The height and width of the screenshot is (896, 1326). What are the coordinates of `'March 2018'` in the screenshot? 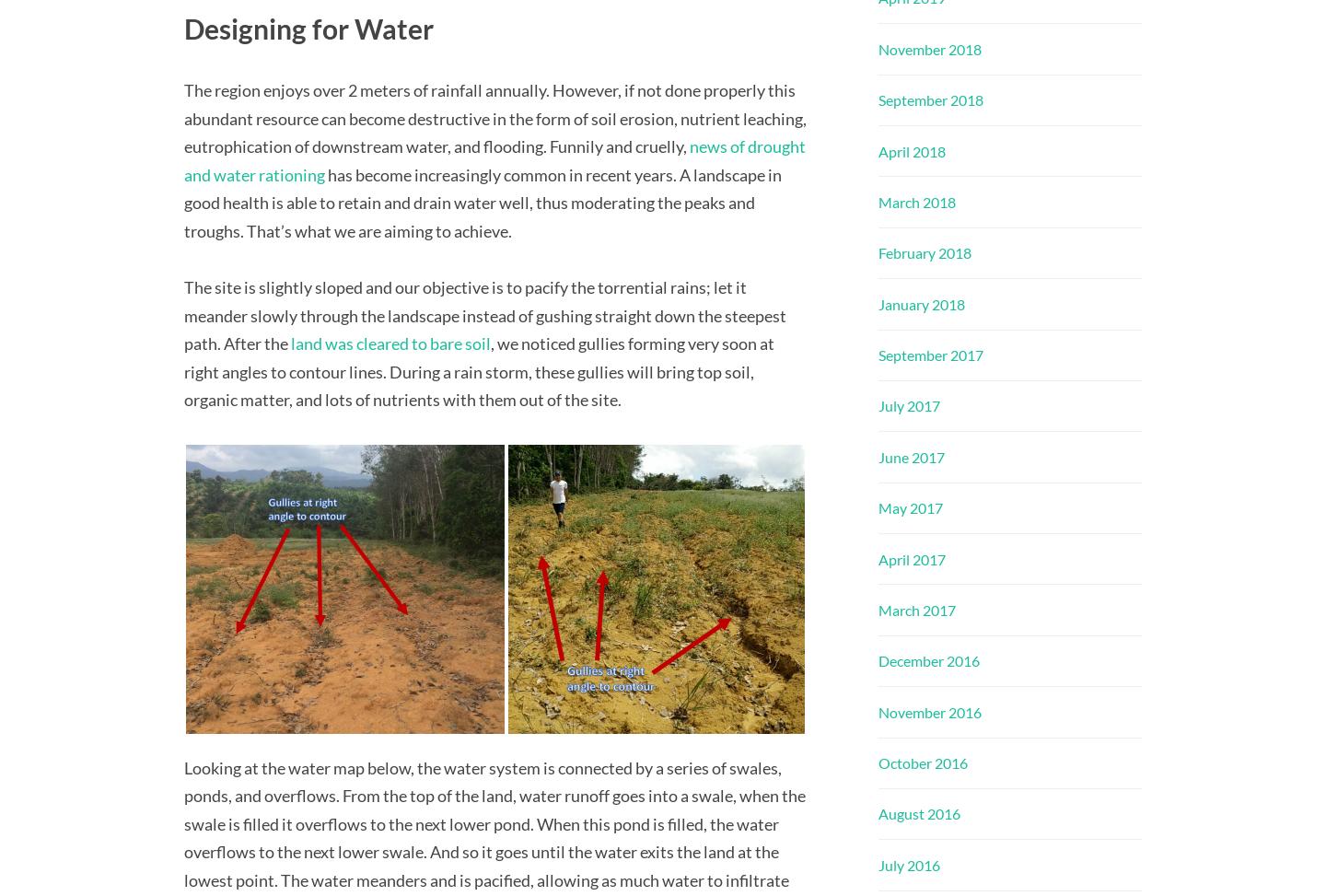 It's located at (916, 200).